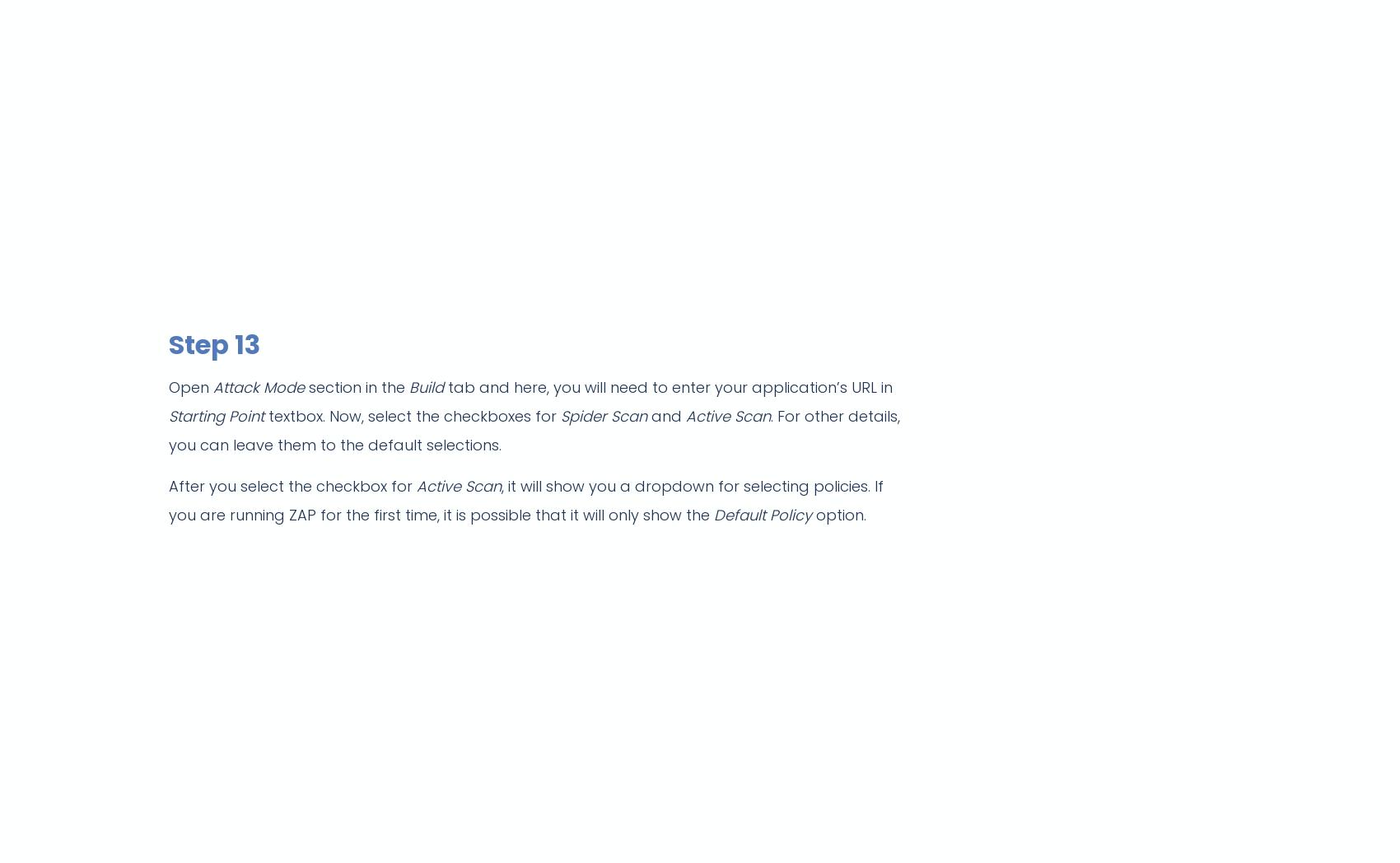 Image resolution: width=1400 pixels, height=863 pixels. Describe the element at coordinates (838, 514) in the screenshot. I see `'option.'` at that location.